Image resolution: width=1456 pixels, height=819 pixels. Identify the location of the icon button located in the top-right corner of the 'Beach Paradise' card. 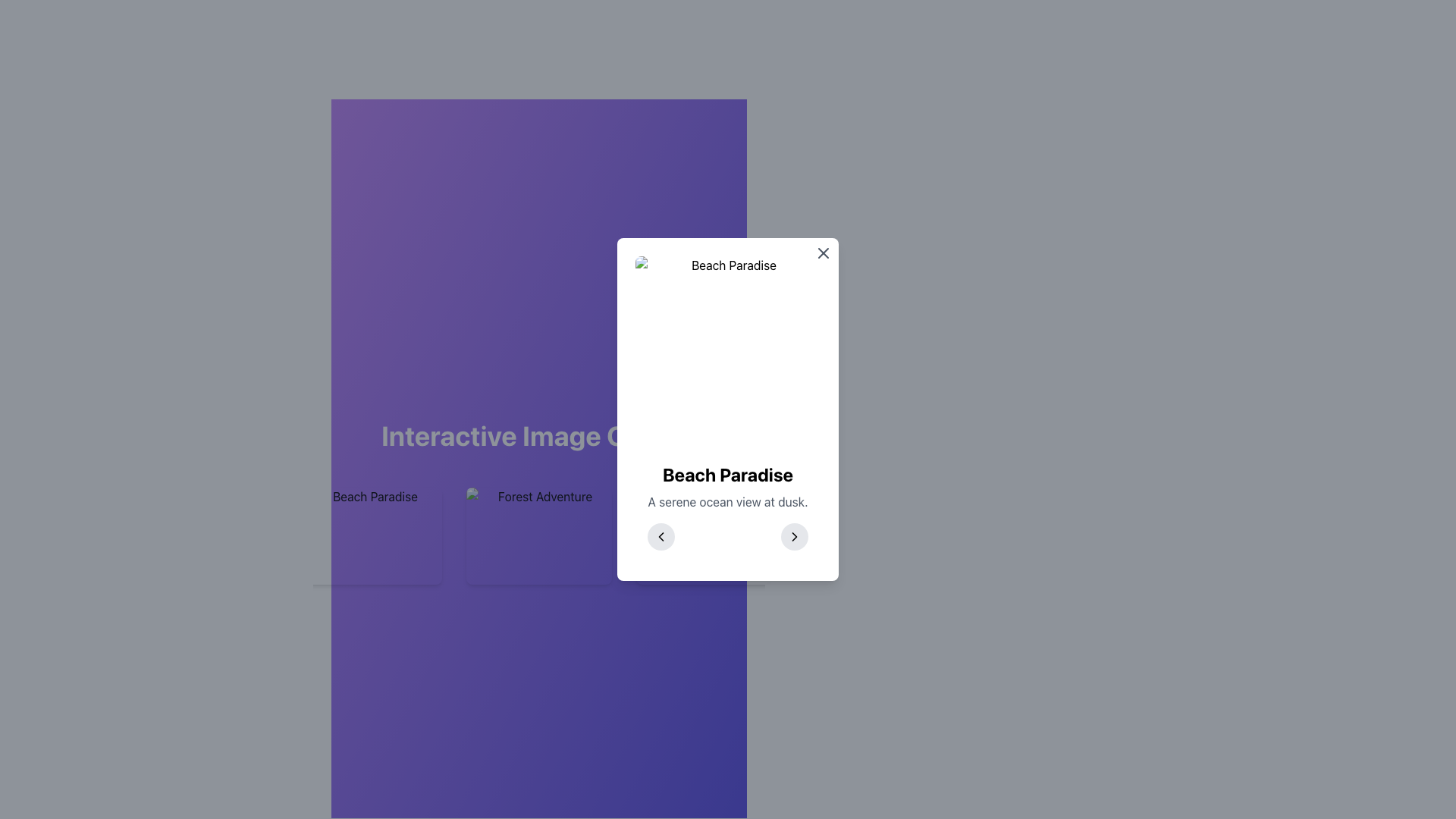
(822, 253).